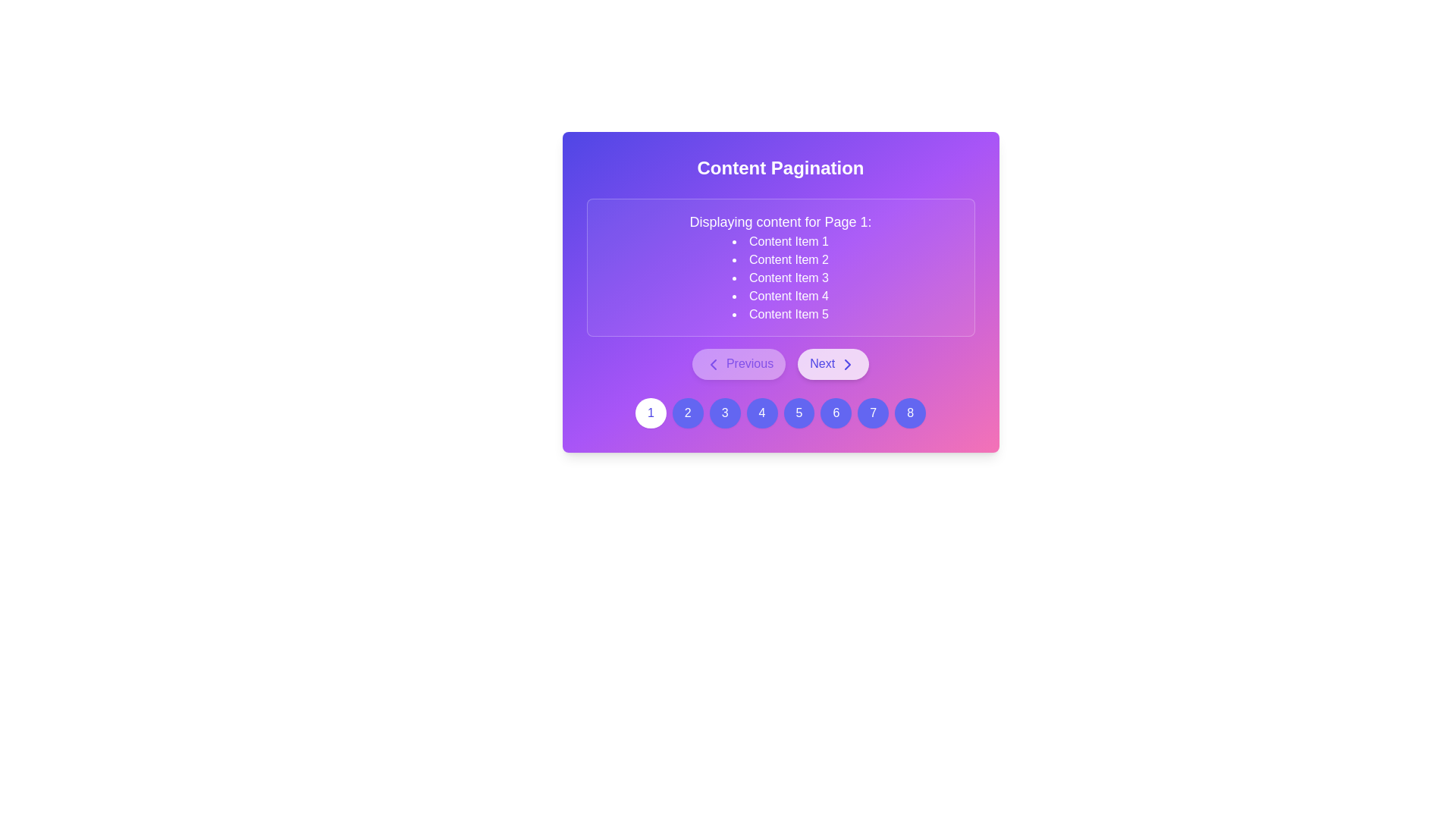 This screenshot has height=819, width=1456. I want to click on the pagination button for page 6 located in the bottom row of the content box labeled 'Content Pagination', so click(835, 413).